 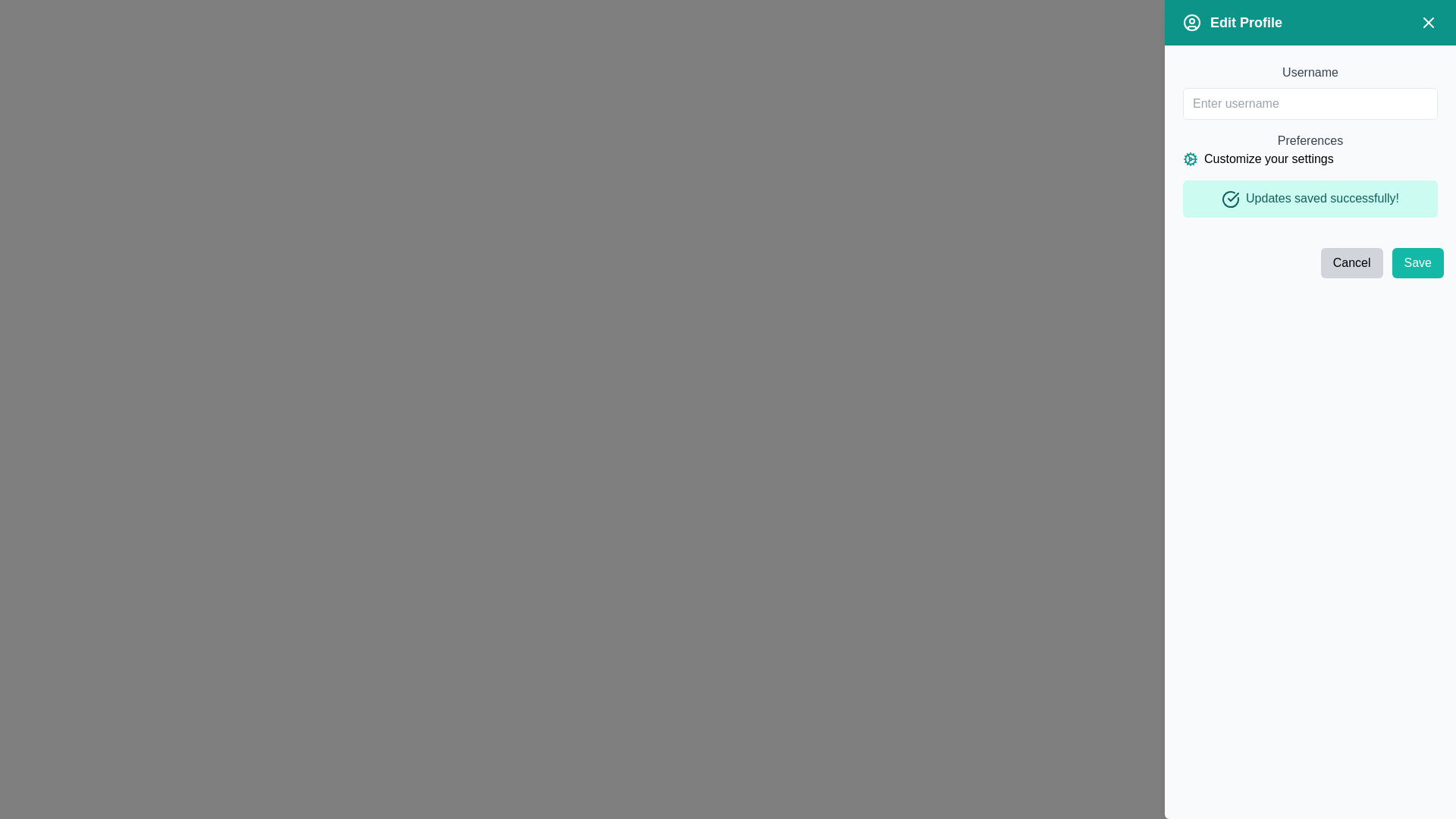 What do you see at coordinates (1427, 23) in the screenshot?
I see `the diagonal cross icon in the top-right corner of the sidebar interface` at bounding box center [1427, 23].